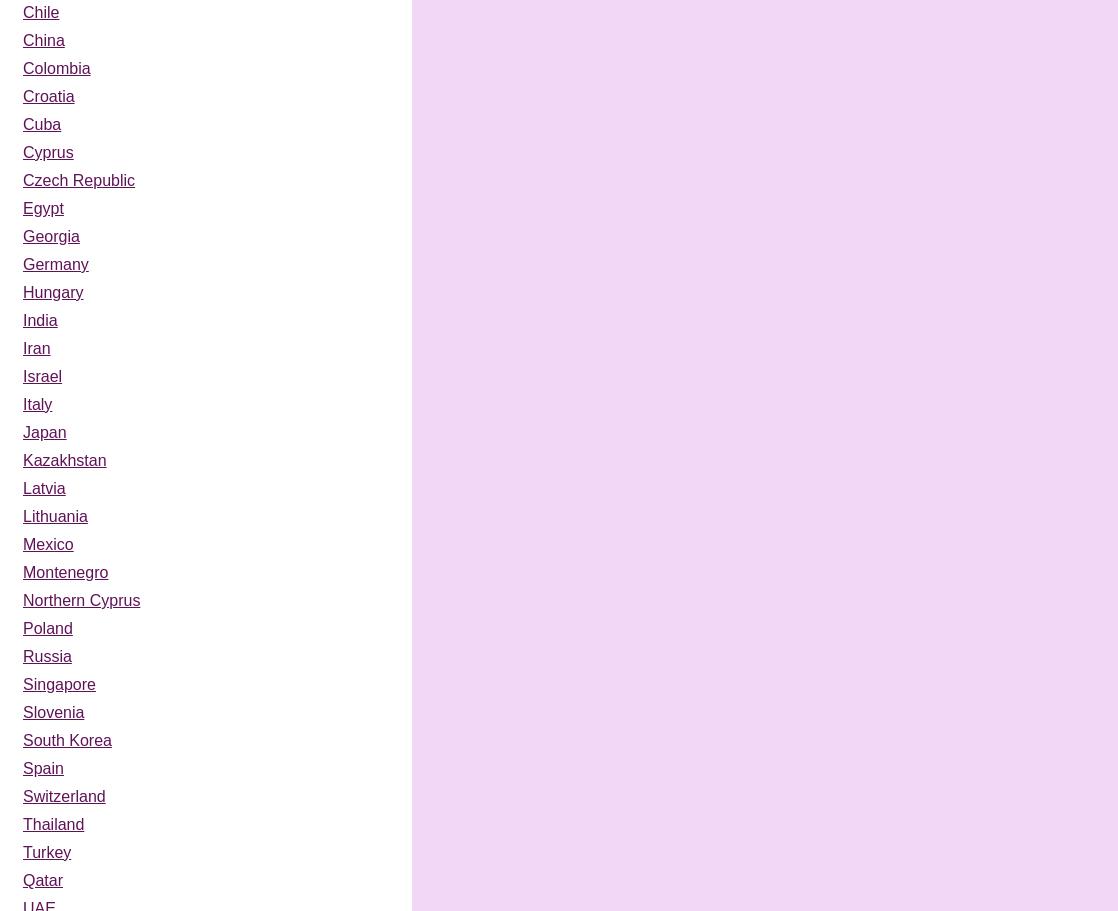 This screenshot has width=1118, height=911. I want to click on 'Mexico', so click(47, 543).